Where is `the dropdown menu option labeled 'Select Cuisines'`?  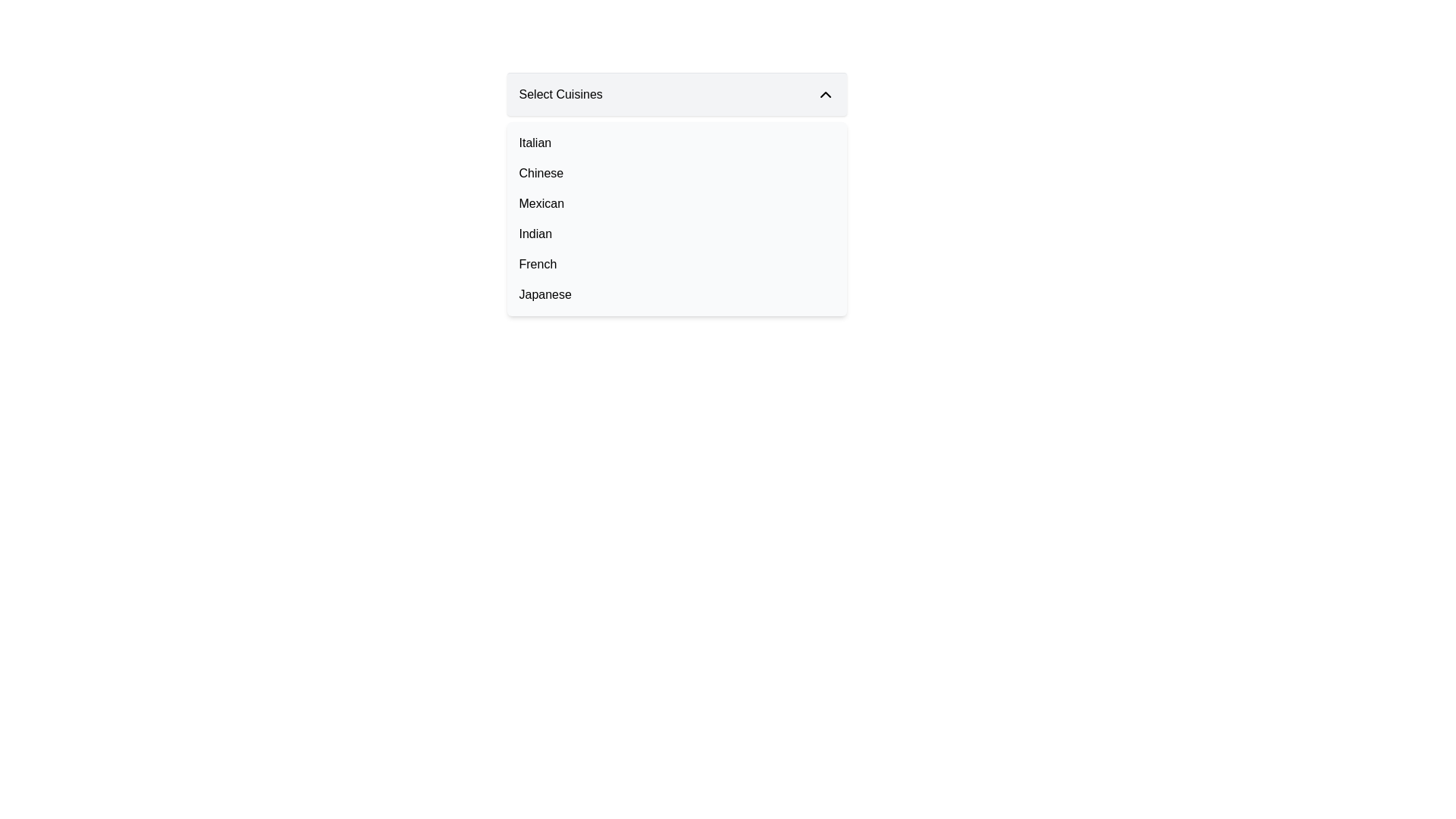 the dropdown menu option labeled 'Select Cuisines' is located at coordinates (535, 143).